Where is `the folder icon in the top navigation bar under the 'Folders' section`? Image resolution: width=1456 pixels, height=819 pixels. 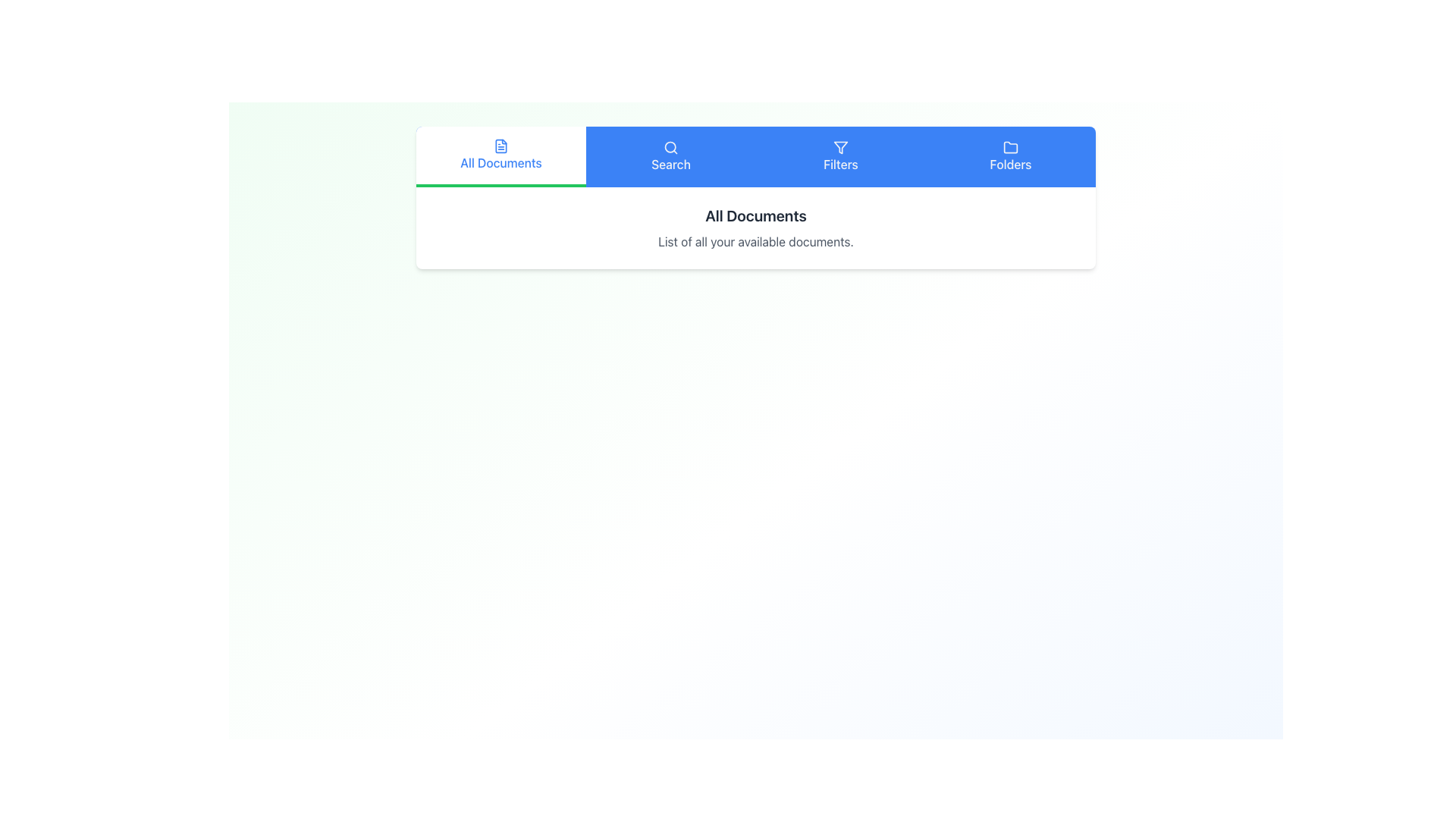 the folder icon in the top navigation bar under the 'Folders' section is located at coordinates (1011, 146).